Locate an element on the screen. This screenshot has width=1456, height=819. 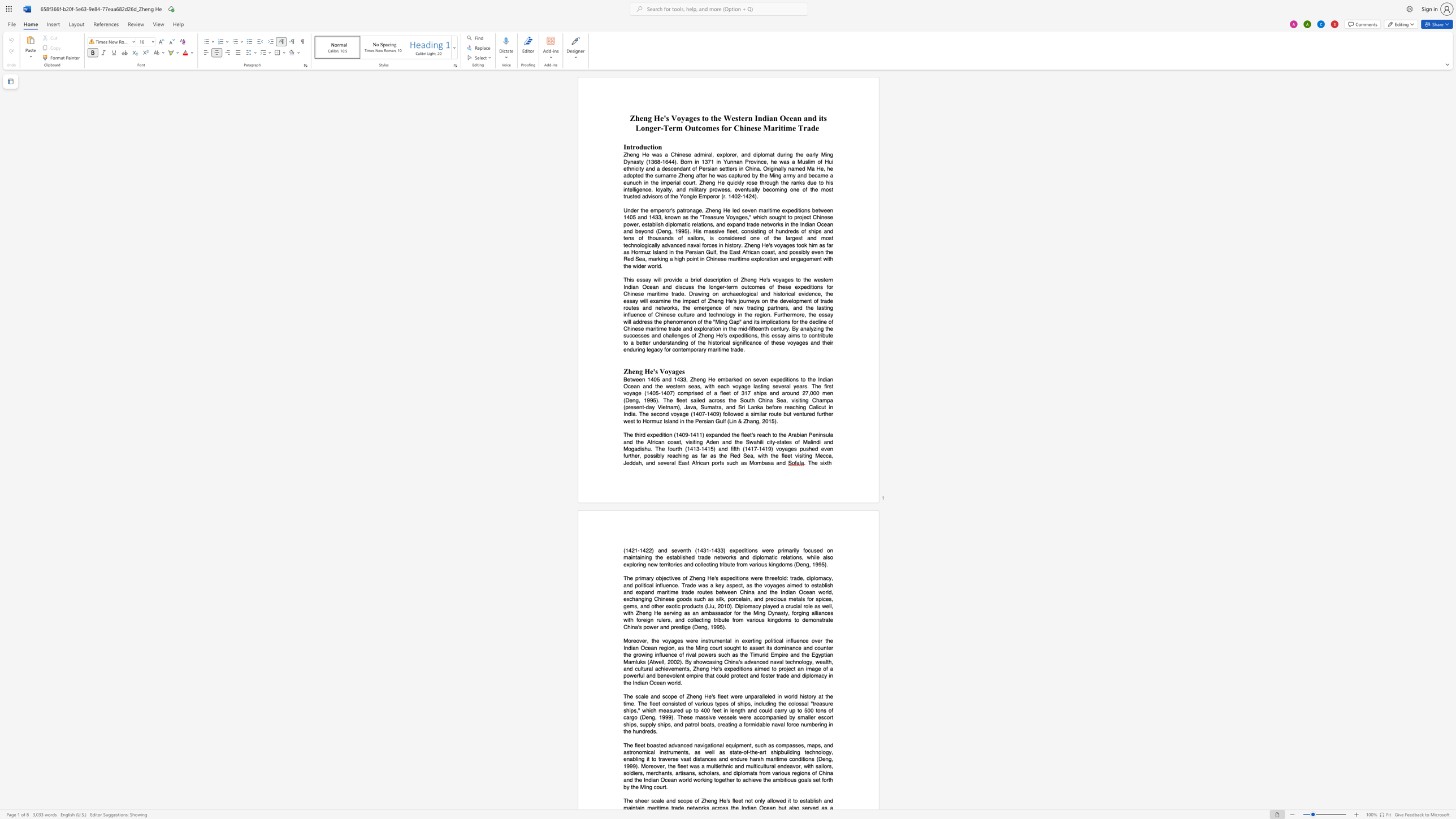
the subset text "he sixth" within the text ". The sixth" is located at coordinates (811, 462).